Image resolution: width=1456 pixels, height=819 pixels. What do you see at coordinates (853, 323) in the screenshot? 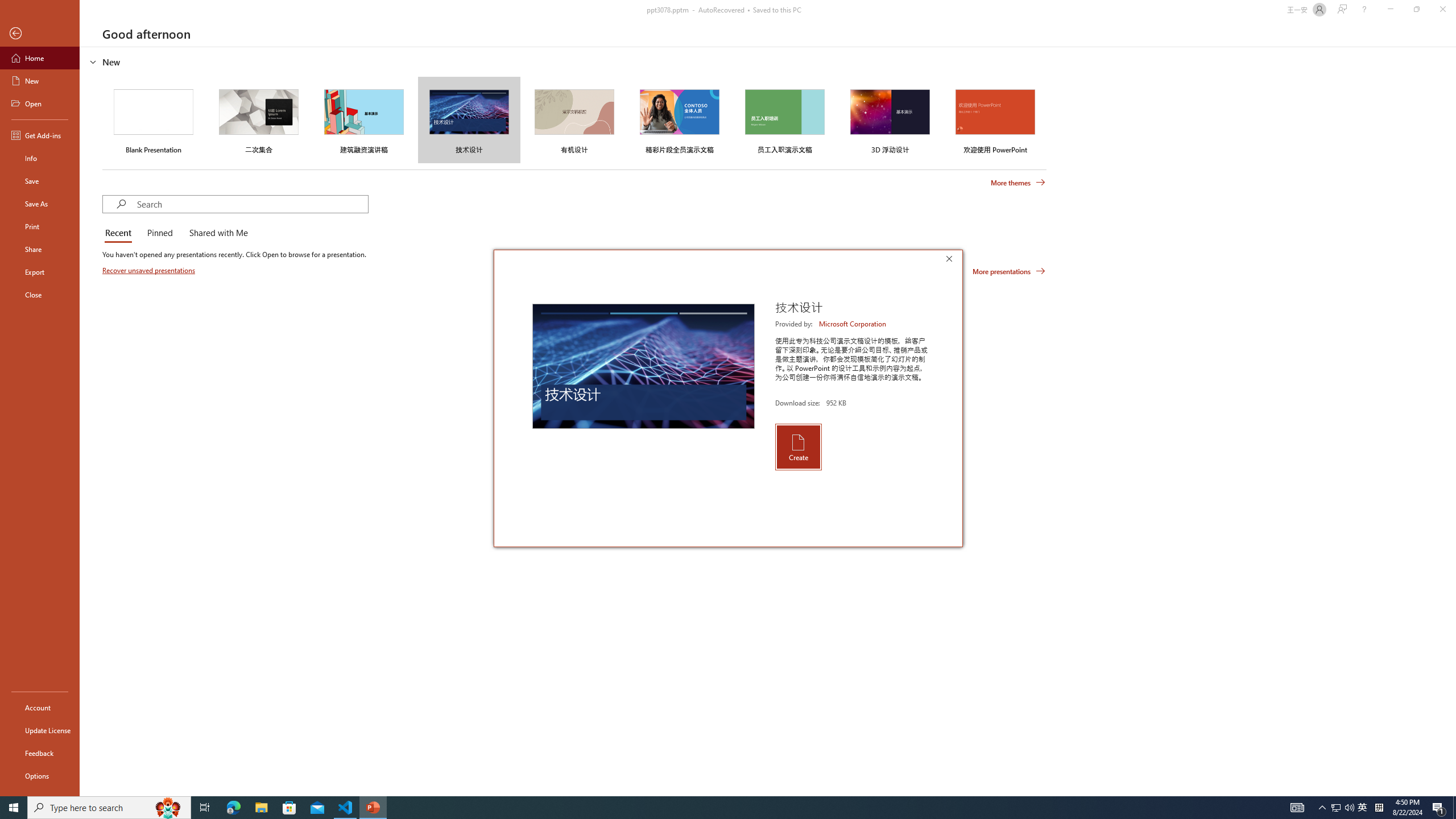
I see `'Microsoft Corporation'` at bounding box center [853, 323].